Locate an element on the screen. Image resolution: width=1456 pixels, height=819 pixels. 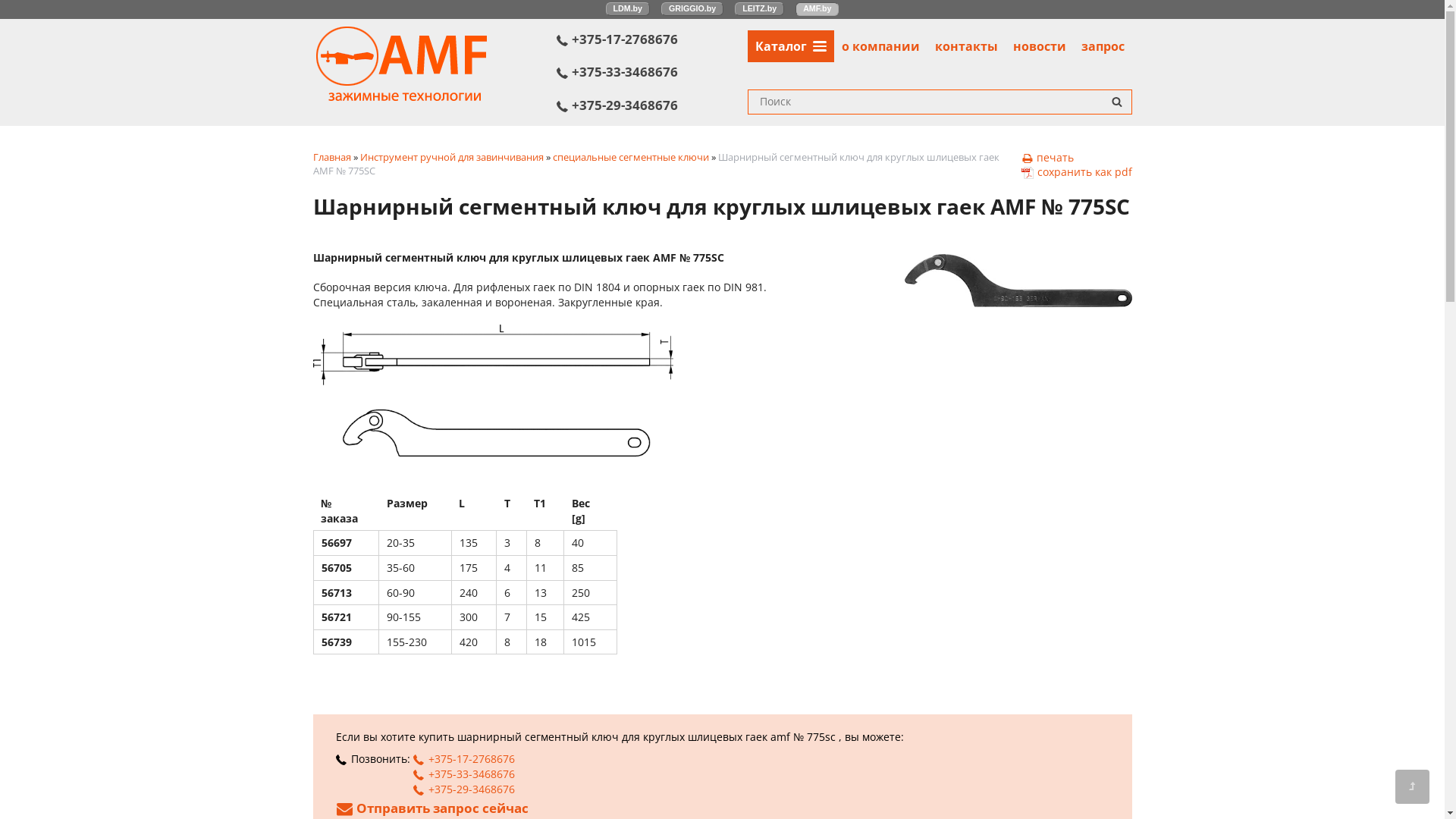
'+375-29-3468676' is located at coordinates (651, 104).